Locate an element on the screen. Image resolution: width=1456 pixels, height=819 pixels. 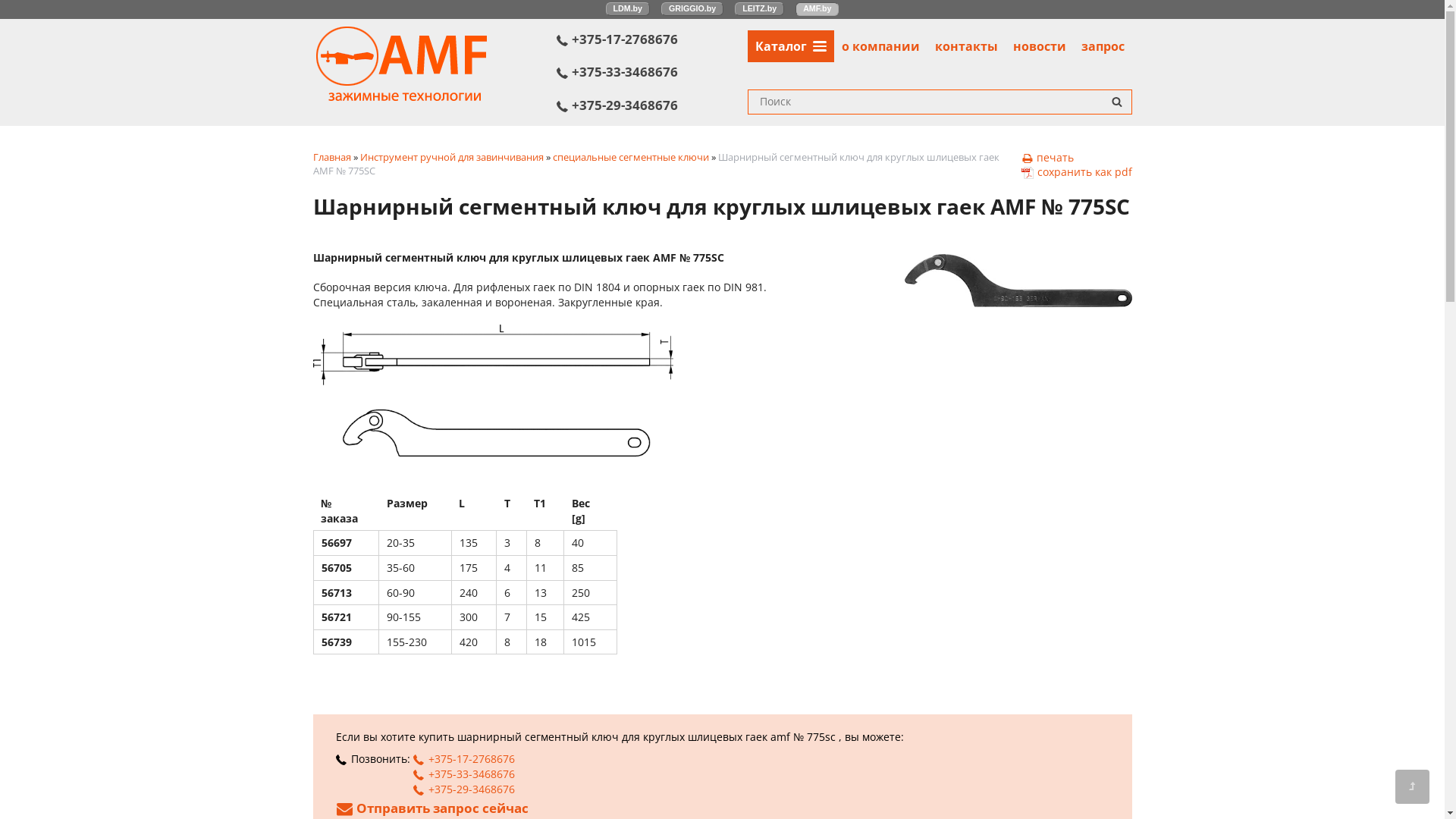
'+375-29-3468676' is located at coordinates (651, 104).